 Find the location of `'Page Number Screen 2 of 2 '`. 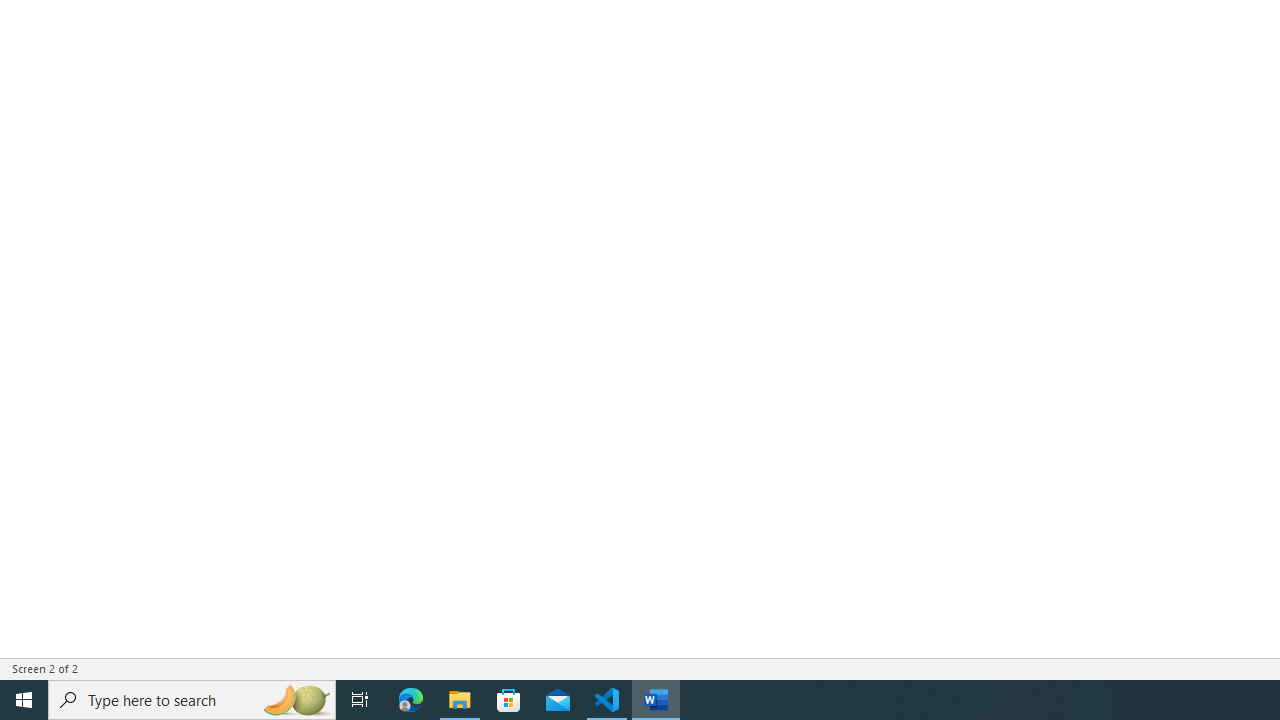

'Page Number Screen 2 of 2 ' is located at coordinates (52, 669).